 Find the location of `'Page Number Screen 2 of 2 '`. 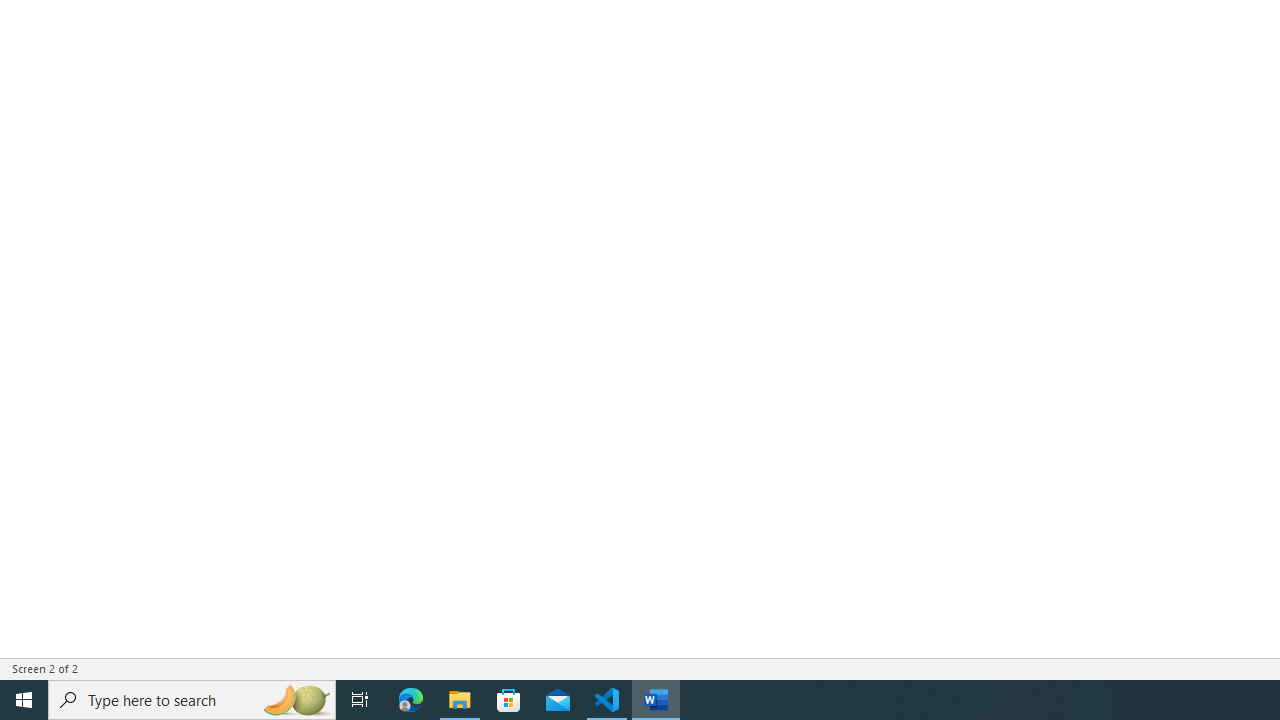

'Page Number Screen 2 of 2 ' is located at coordinates (52, 669).